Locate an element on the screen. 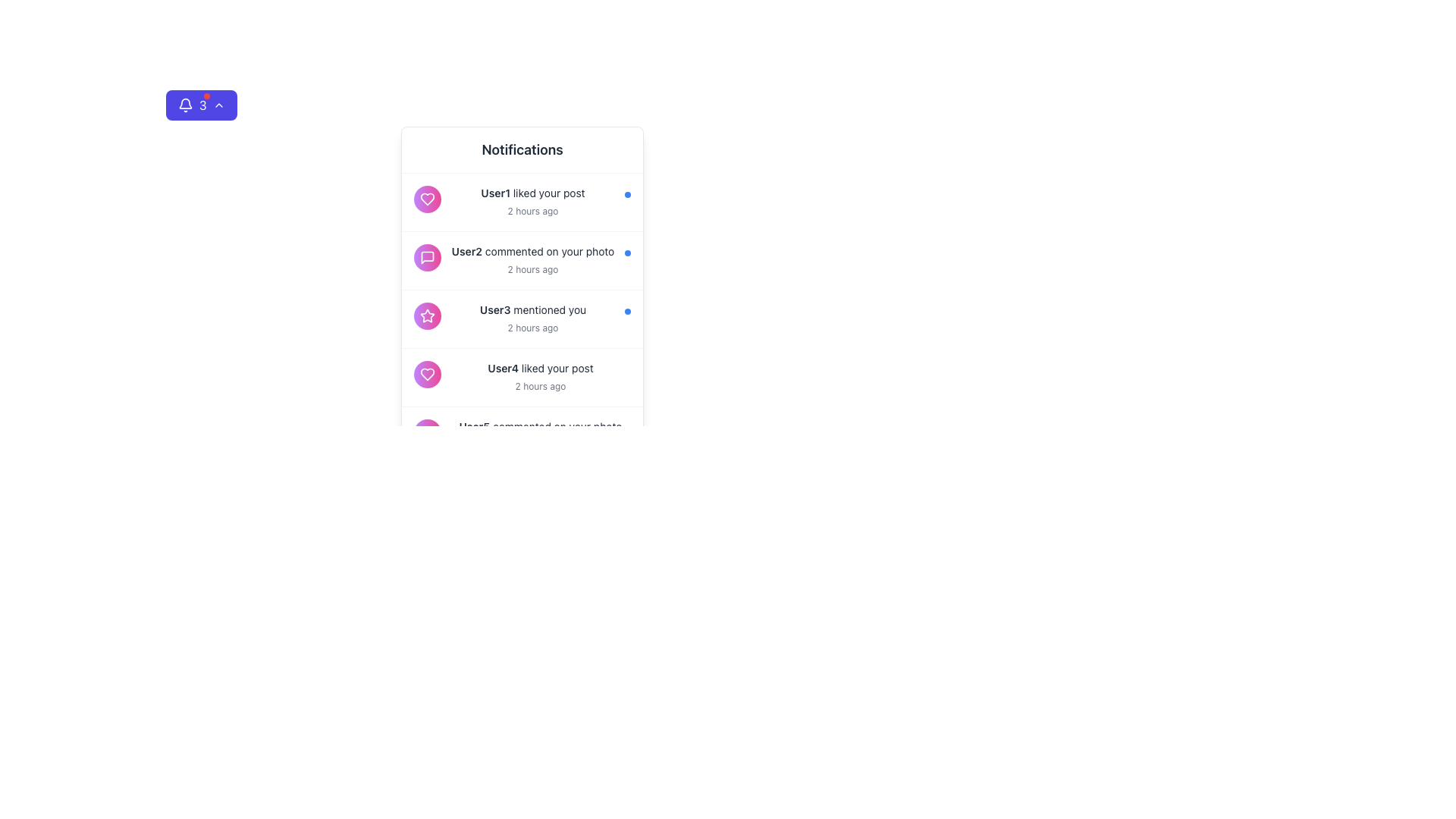 Image resolution: width=1456 pixels, height=819 pixels. the first notification entry that indicates 'User1 liked your post' is located at coordinates (522, 202).